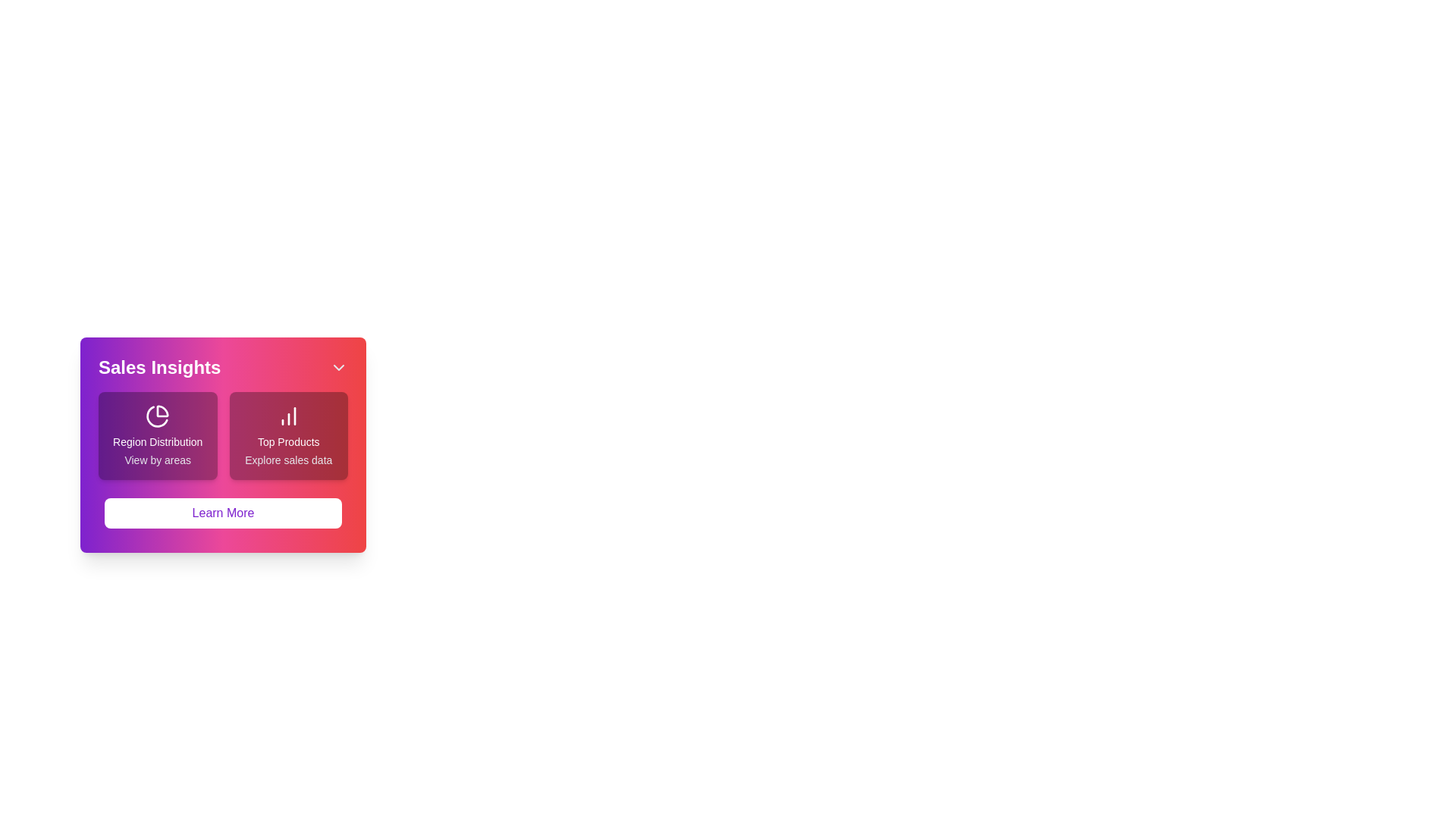  I want to click on the 'Sales Insights' header element, so click(222, 368).